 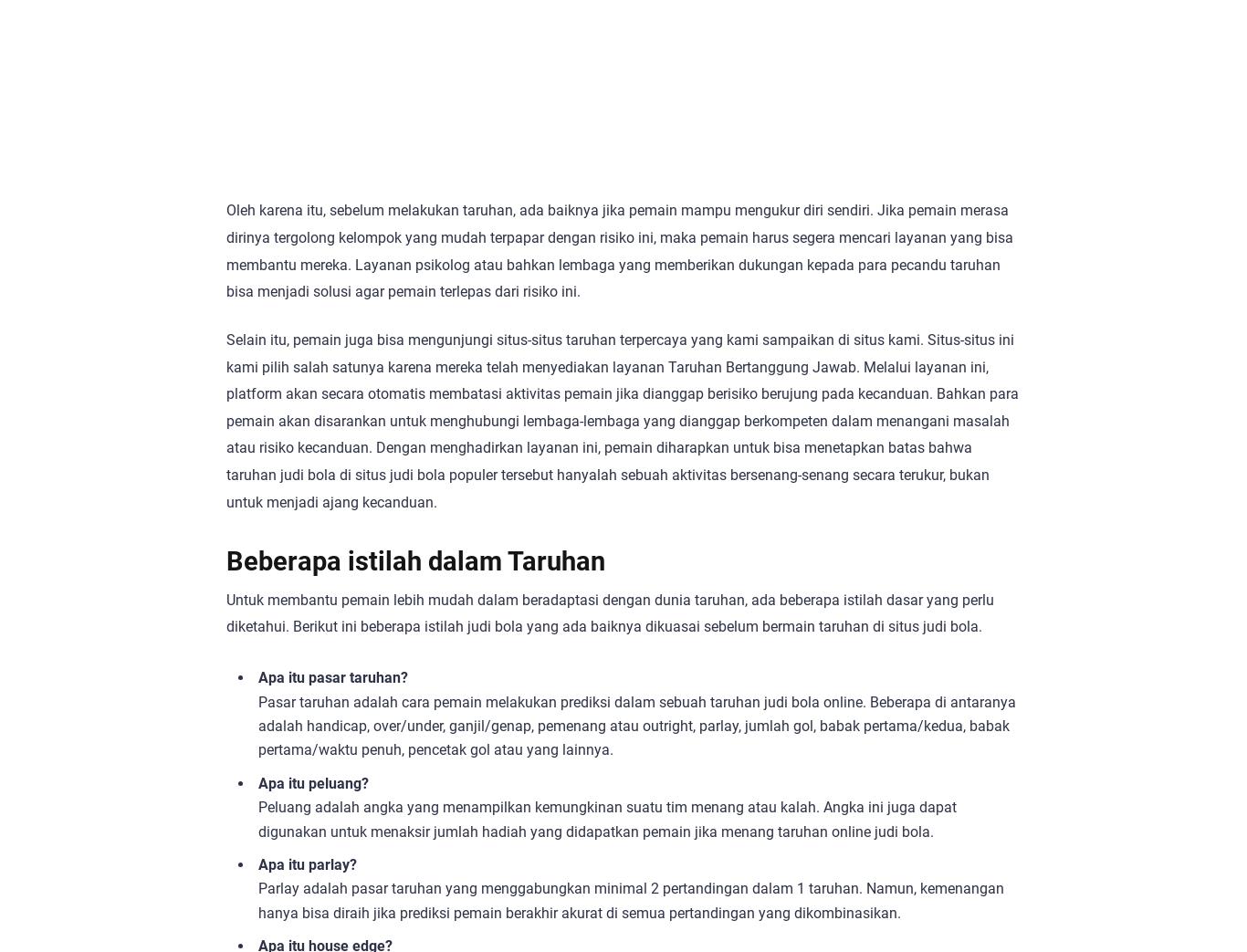 I want to click on 'Apa itu peluang?', so click(x=312, y=782).